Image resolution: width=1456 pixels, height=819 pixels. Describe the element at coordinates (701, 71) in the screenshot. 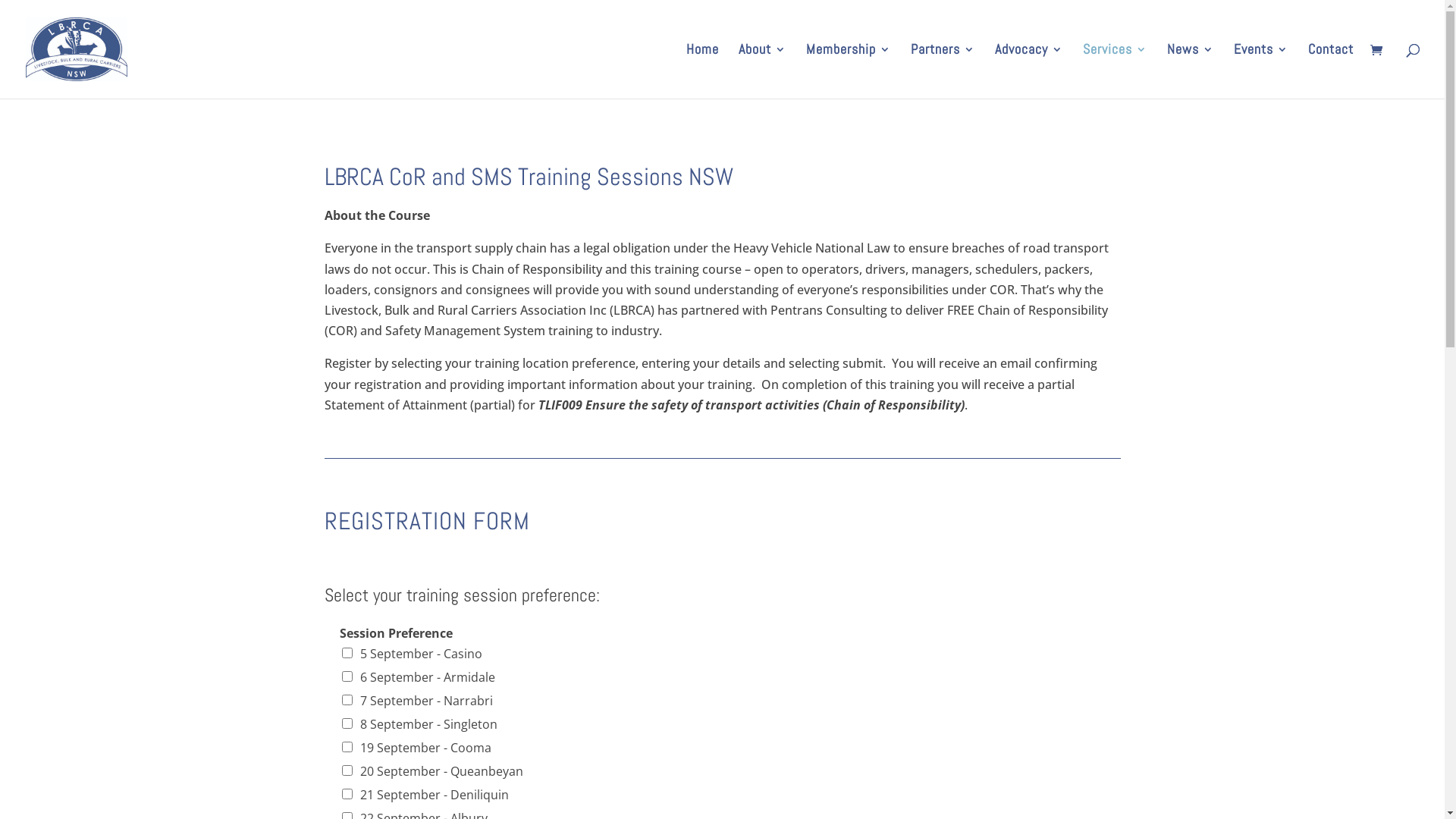

I see `'Home'` at that location.